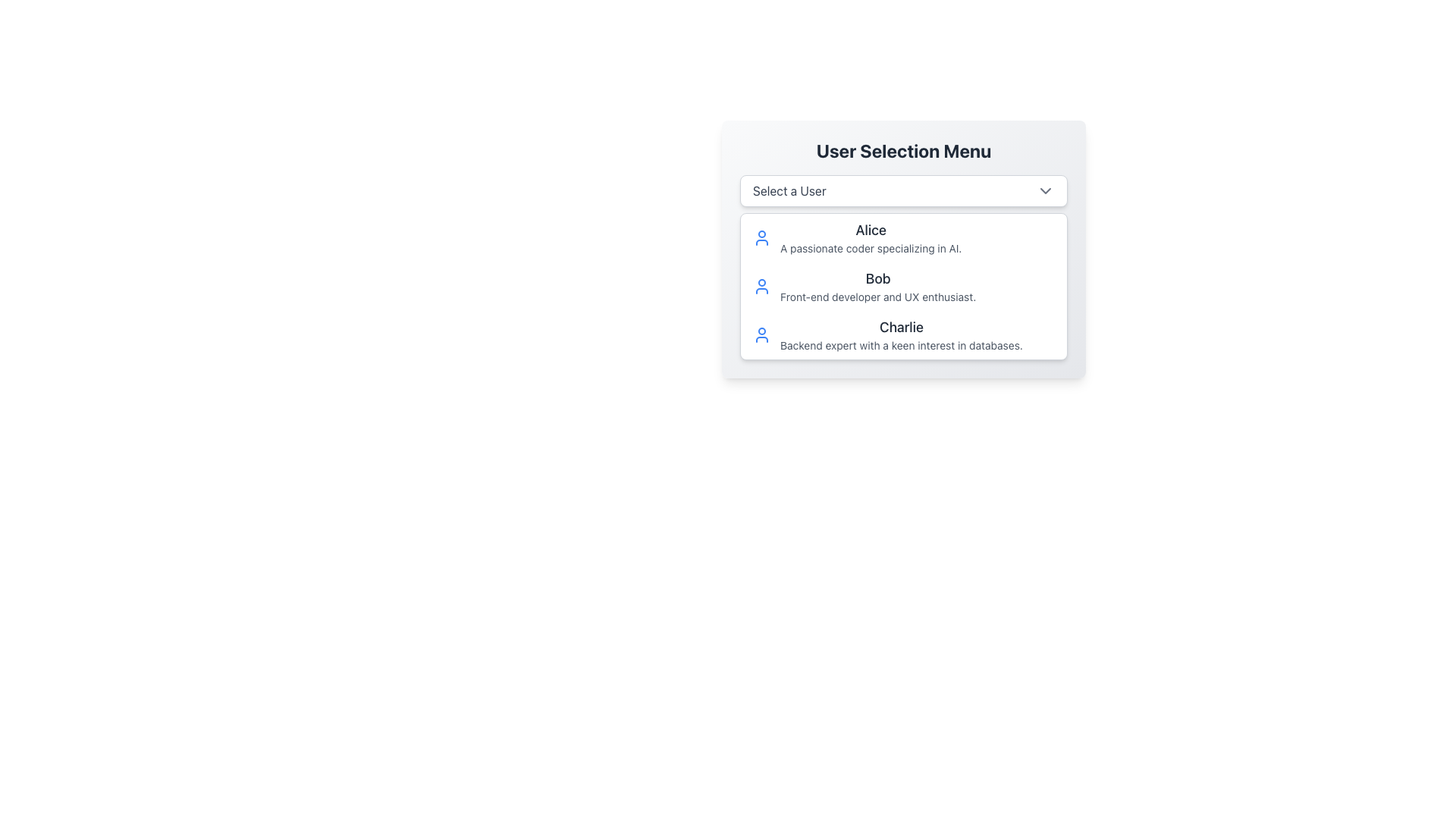 This screenshot has width=1456, height=819. Describe the element at coordinates (901, 345) in the screenshot. I see `the text label styled in a smaller font size with gray color that contains the text 'Backend expert with a keen interest in databases.' This label is located immediately below the name 'Charlie' in the third user entry of a vertically arranged user selection list` at that location.